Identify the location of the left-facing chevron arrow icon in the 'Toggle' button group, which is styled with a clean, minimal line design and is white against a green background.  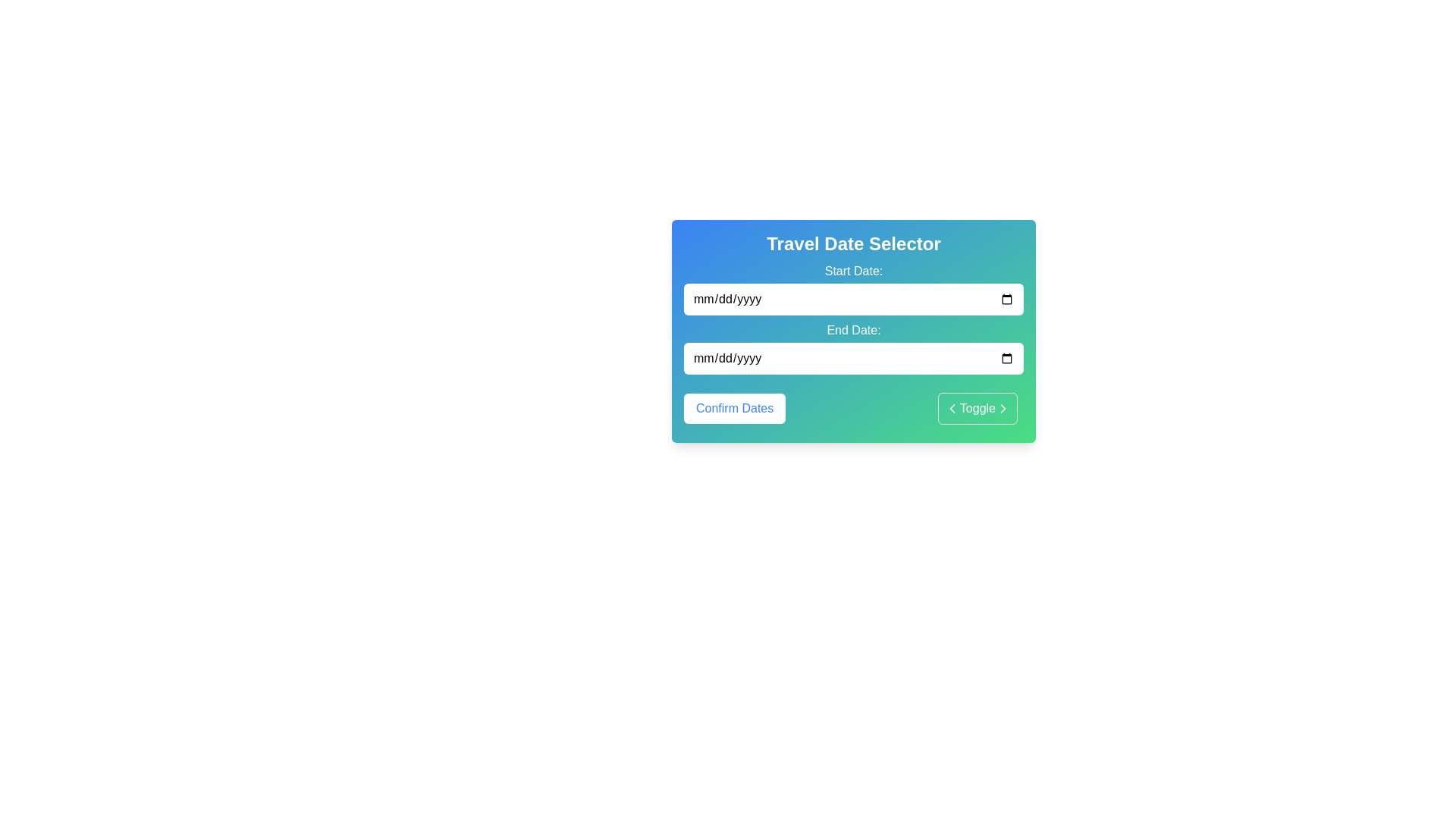
(951, 408).